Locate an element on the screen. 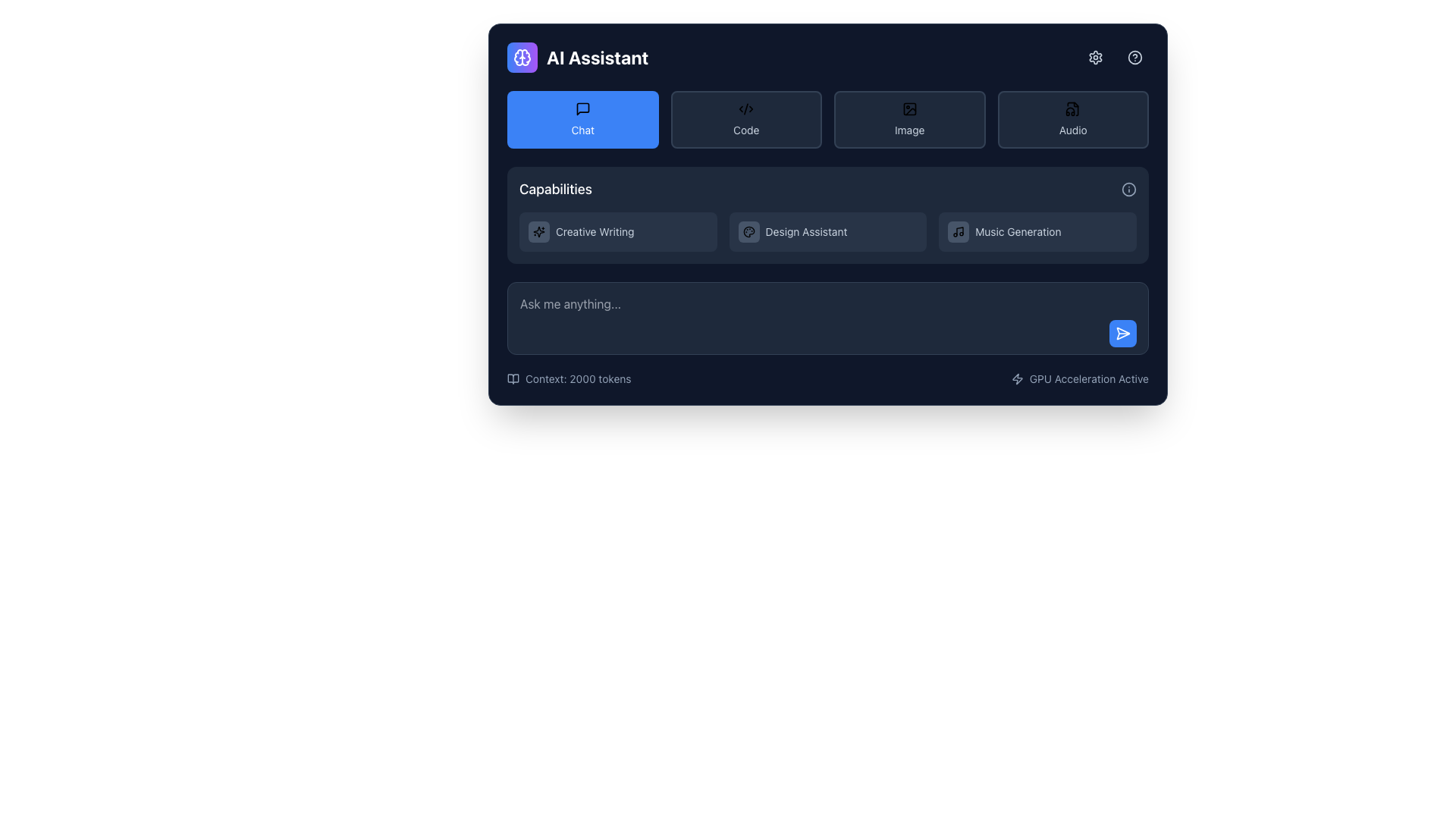 The height and width of the screenshot is (819, 1456). the graphical icon representing an audio file located in the 'Audio' section of the interface, which features a curled corner and a waveform design is located at coordinates (1069, 111).